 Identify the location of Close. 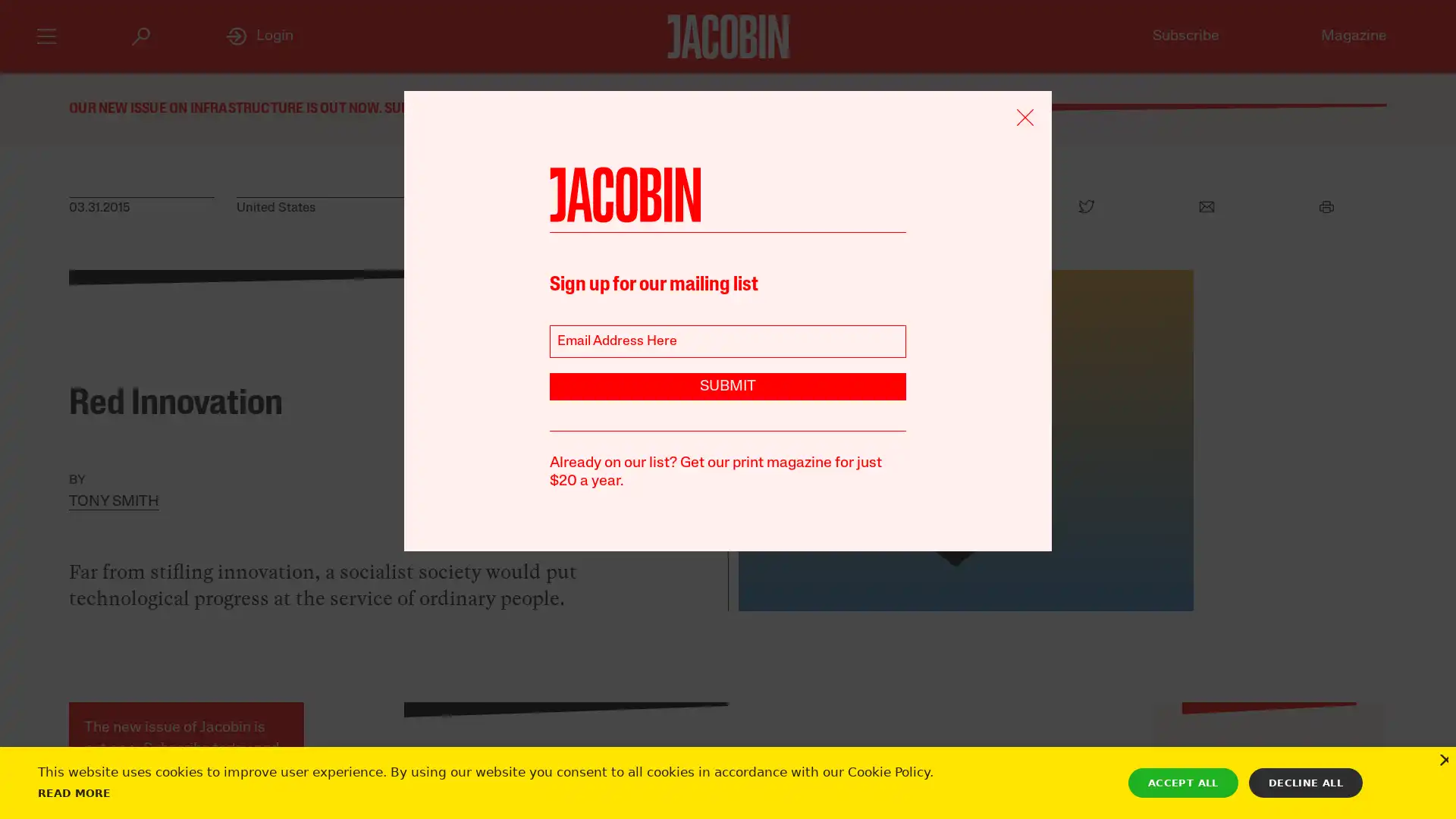
(1442, 759).